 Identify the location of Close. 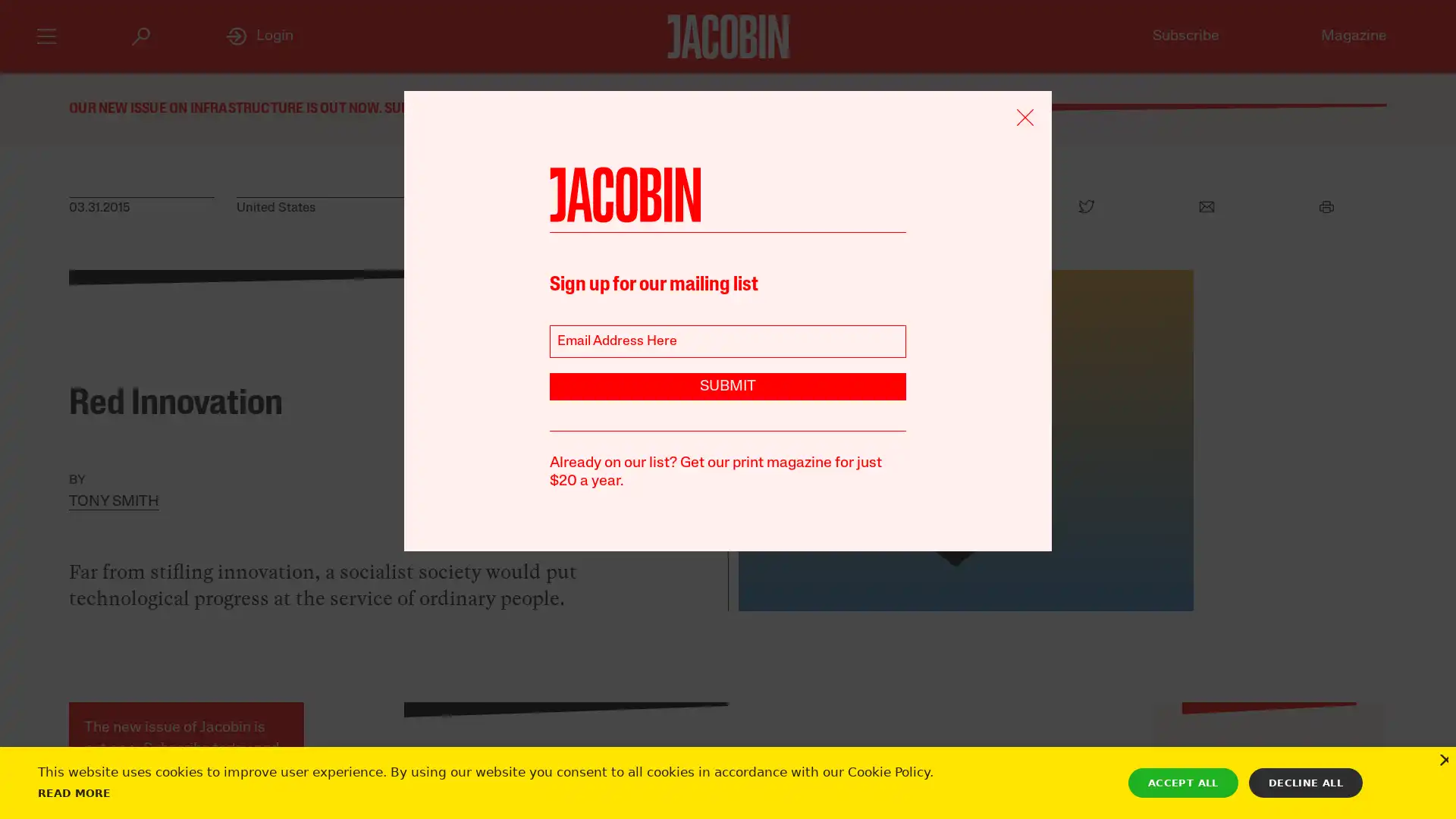
(1442, 759).